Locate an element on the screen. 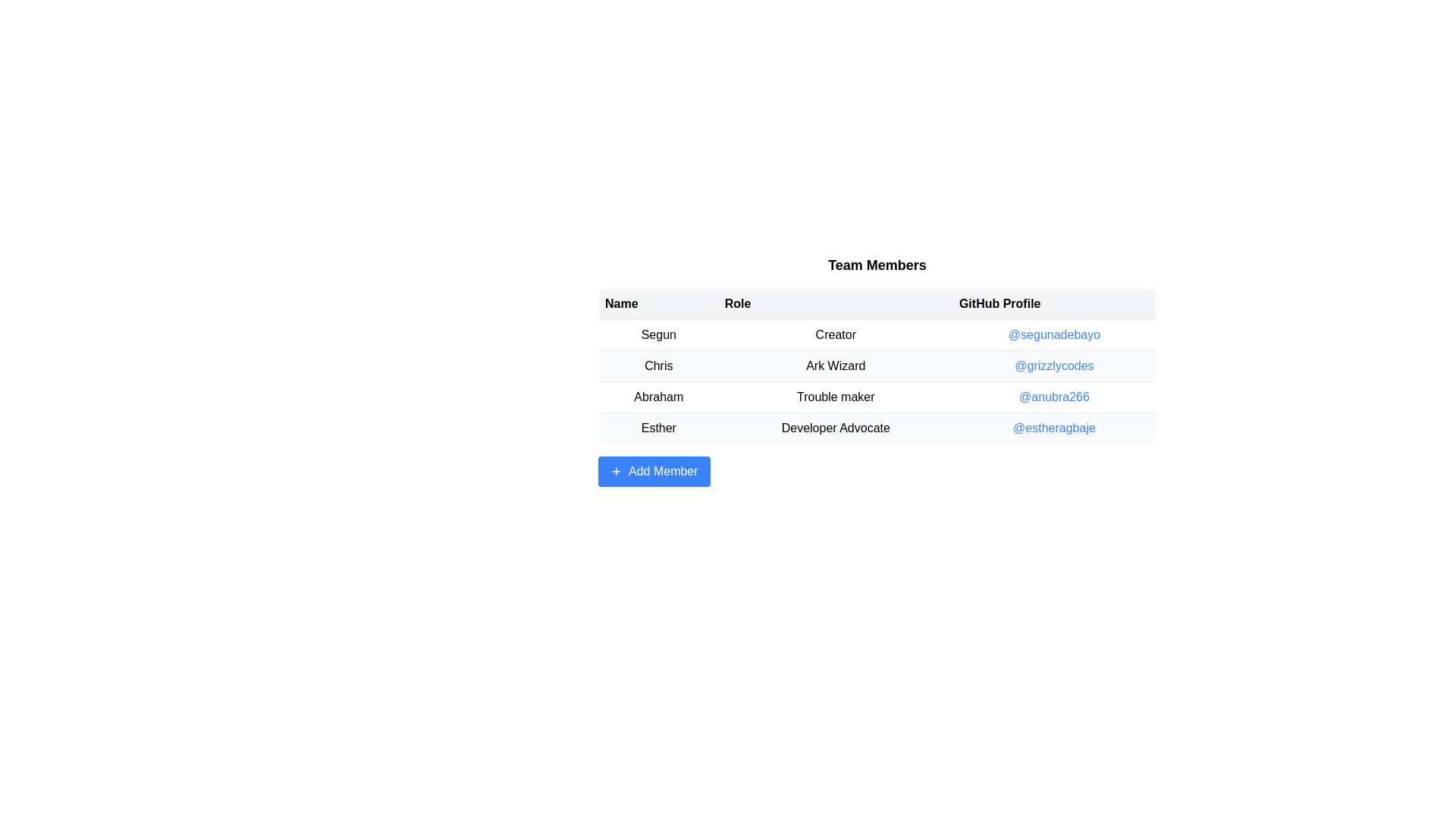  the hyperlink '@grizzlycodes' in the second row of the table under the 'GitHub Profile' column for the team member Chris, who has the role 'Ark Wizard' is located at coordinates (1053, 366).